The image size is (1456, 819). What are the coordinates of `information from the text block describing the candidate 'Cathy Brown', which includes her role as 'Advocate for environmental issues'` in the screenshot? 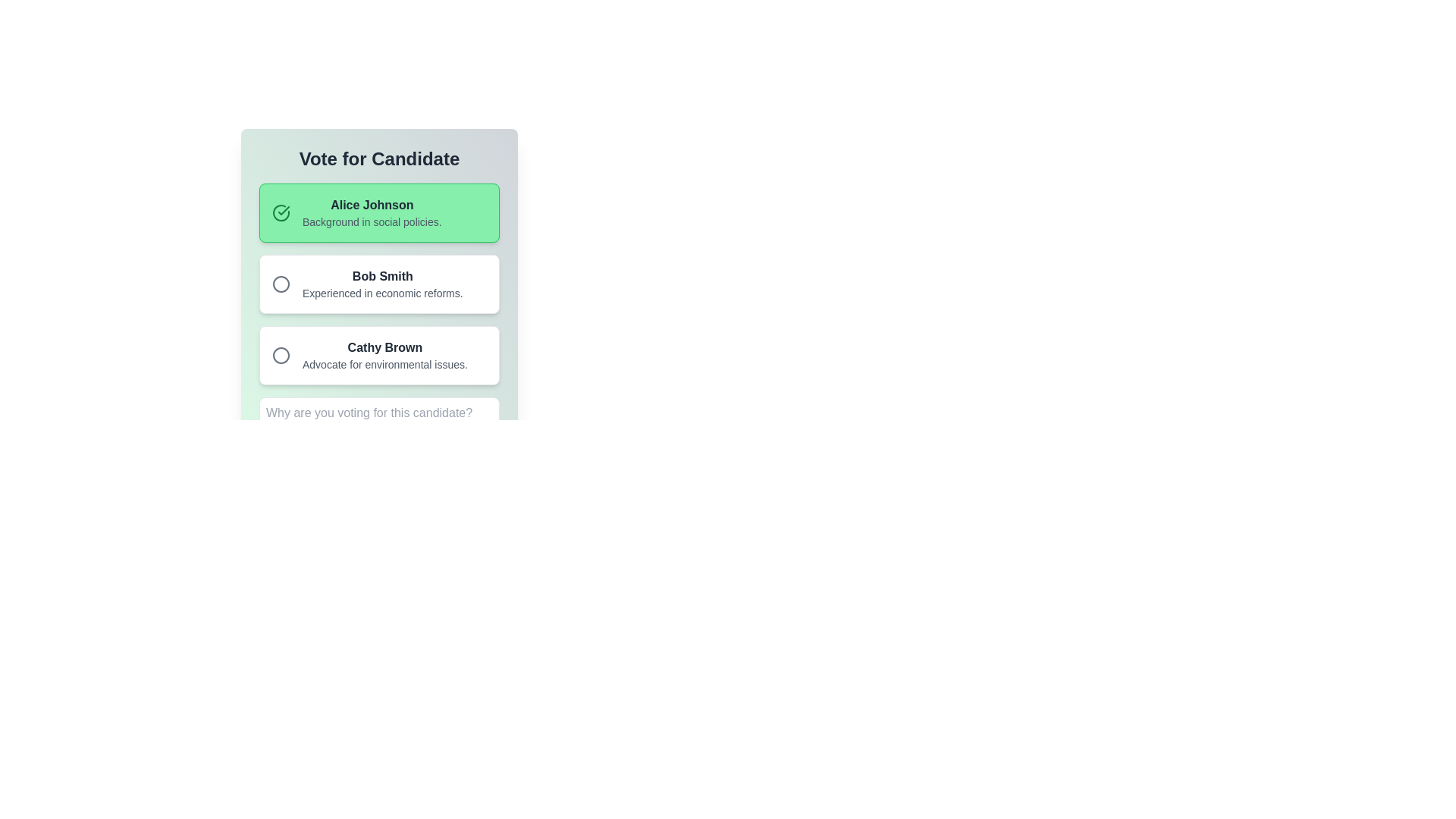 It's located at (385, 356).